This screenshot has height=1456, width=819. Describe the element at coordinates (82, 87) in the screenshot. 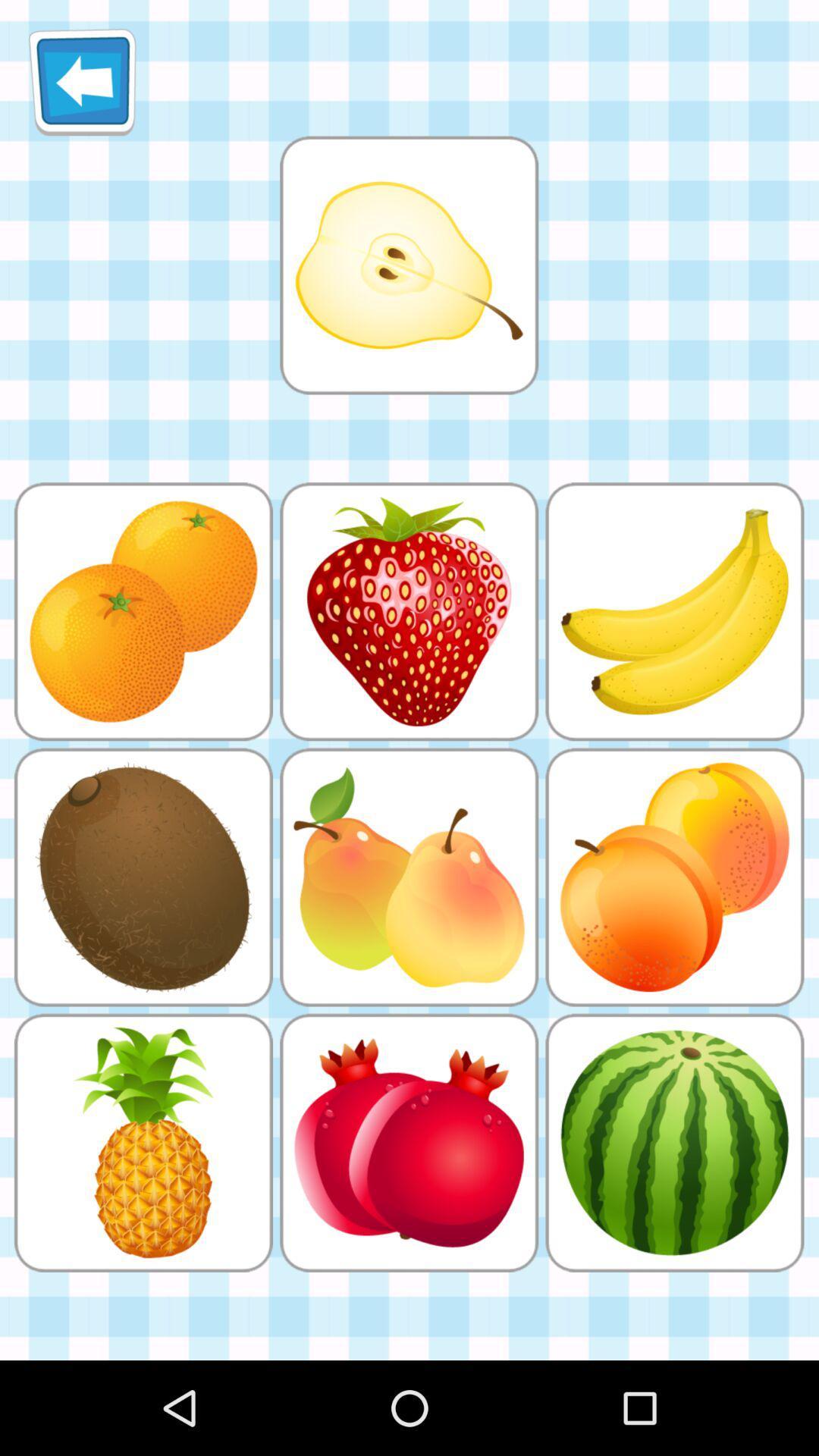

I see `the arrow_backward icon` at that location.